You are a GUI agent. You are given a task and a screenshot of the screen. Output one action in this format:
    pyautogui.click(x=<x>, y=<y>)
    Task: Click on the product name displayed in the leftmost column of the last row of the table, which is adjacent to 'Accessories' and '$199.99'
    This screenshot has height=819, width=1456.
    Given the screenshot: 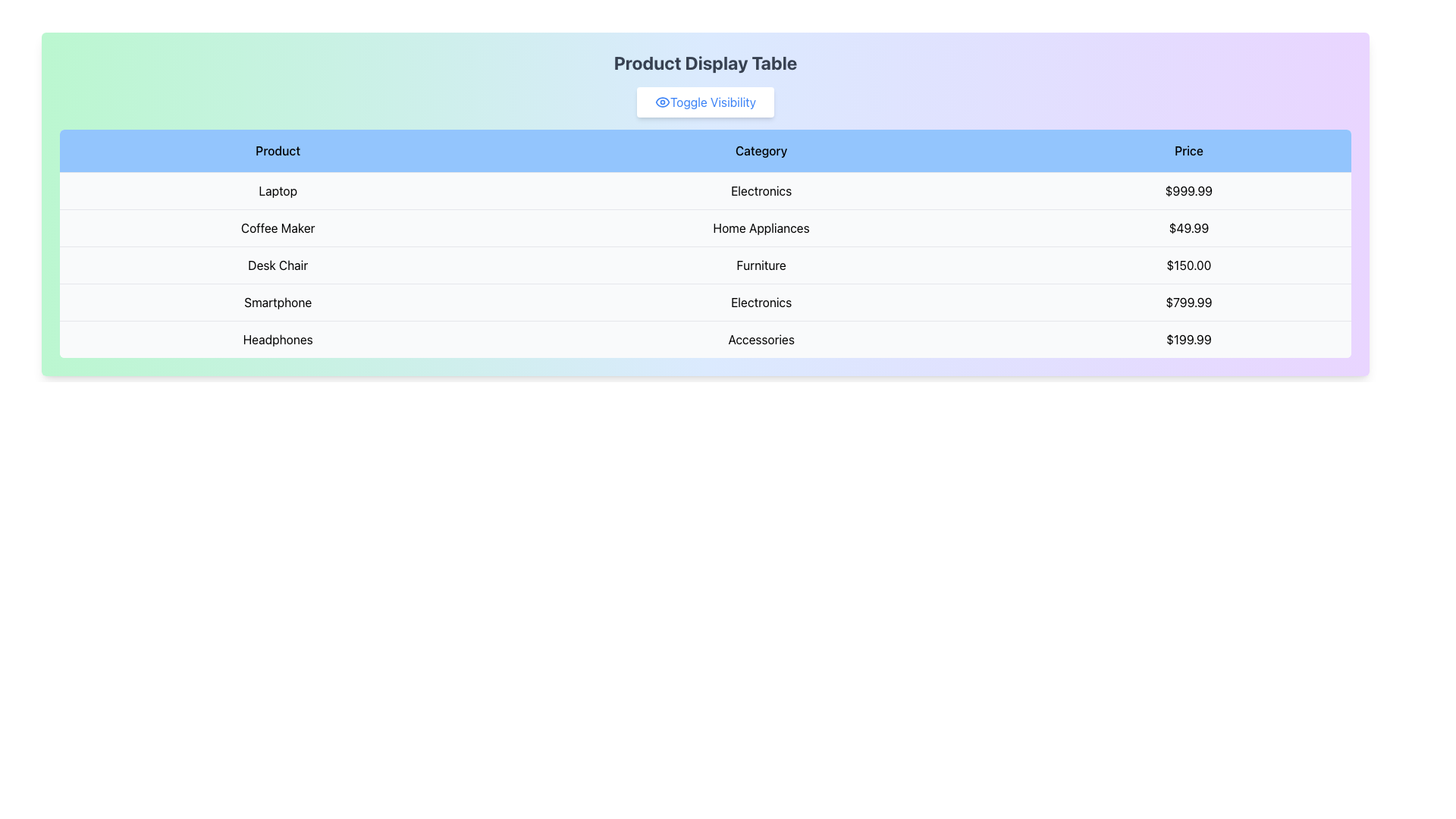 What is the action you would take?
    pyautogui.click(x=278, y=338)
    